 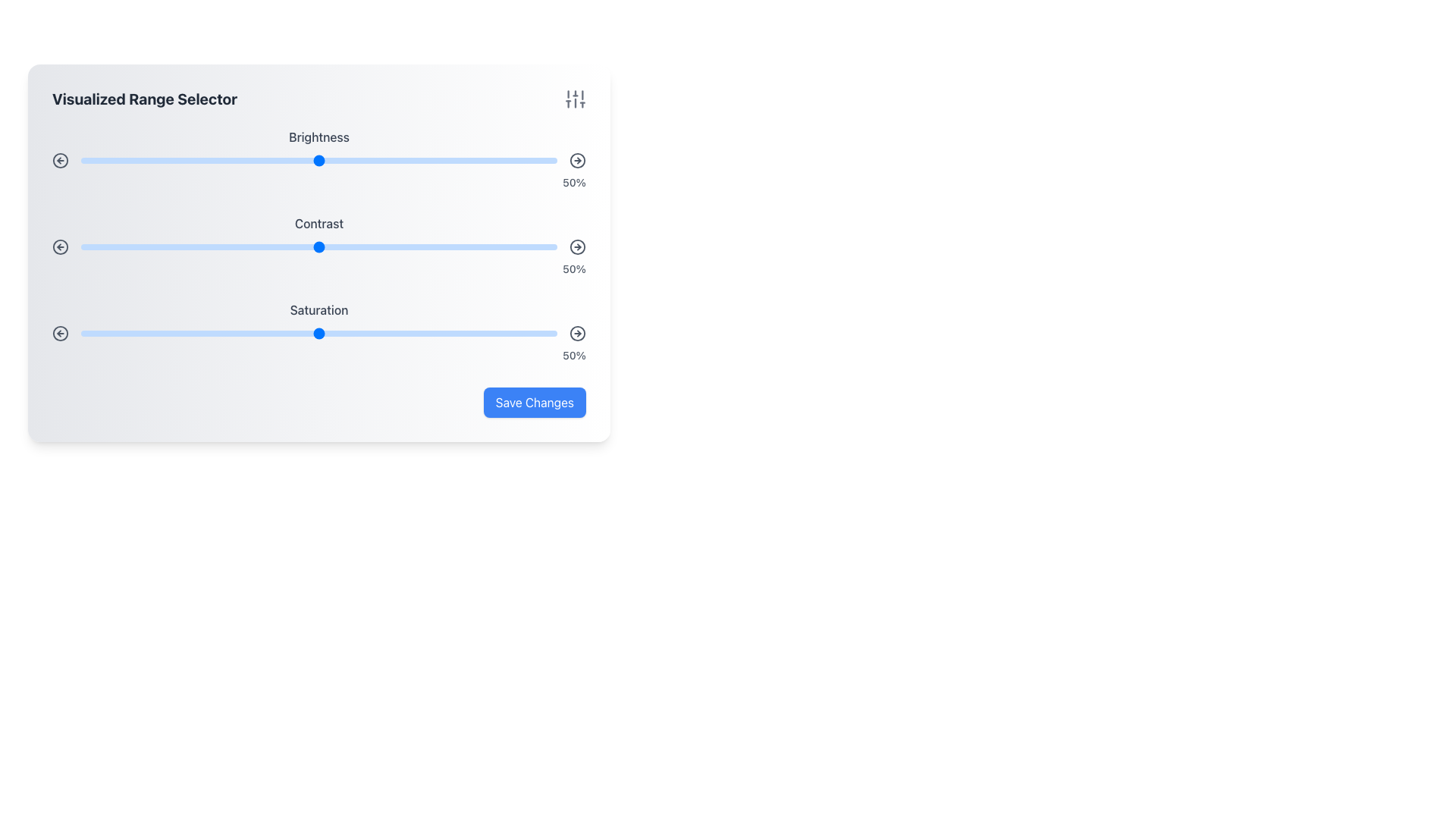 What do you see at coordinates (535, 402) in the screenshot?
I see `the 'Save Changes' button` at bounding box center [535, 402].